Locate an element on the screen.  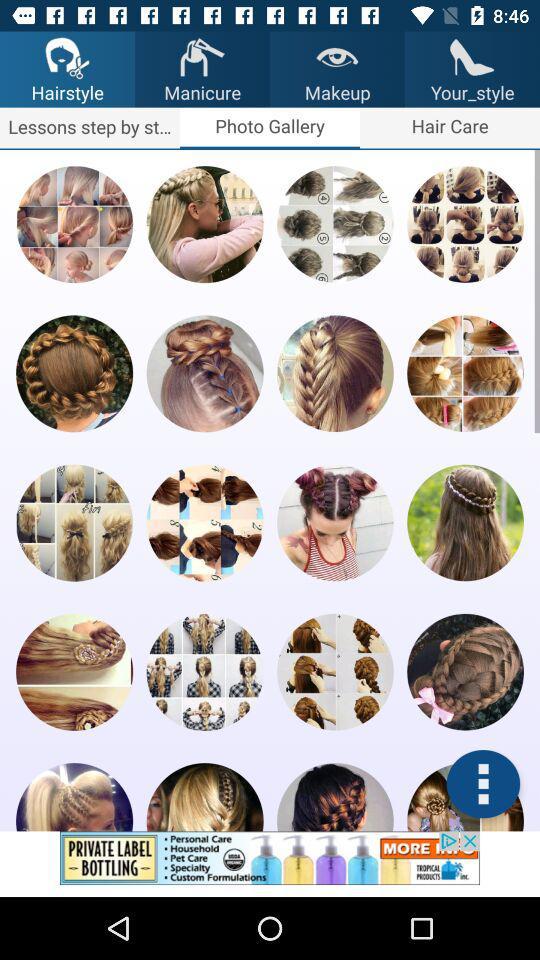
photo editing app is located at coordinates (73, 797).